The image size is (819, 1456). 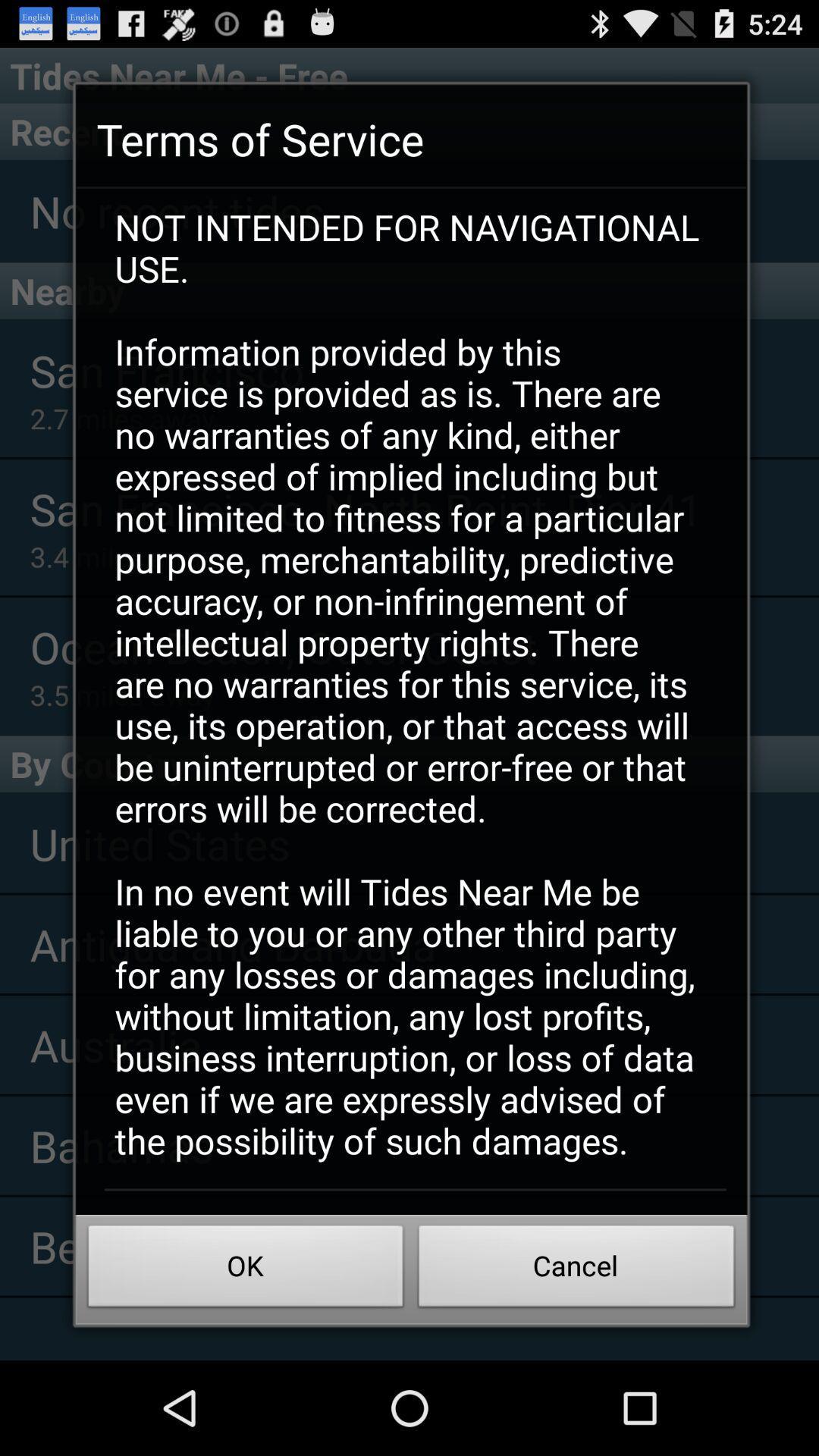 What do you see at coordinates (245, 1270) in the screenshot?
I see `the ok icon` at bounding box center [245, 1270].